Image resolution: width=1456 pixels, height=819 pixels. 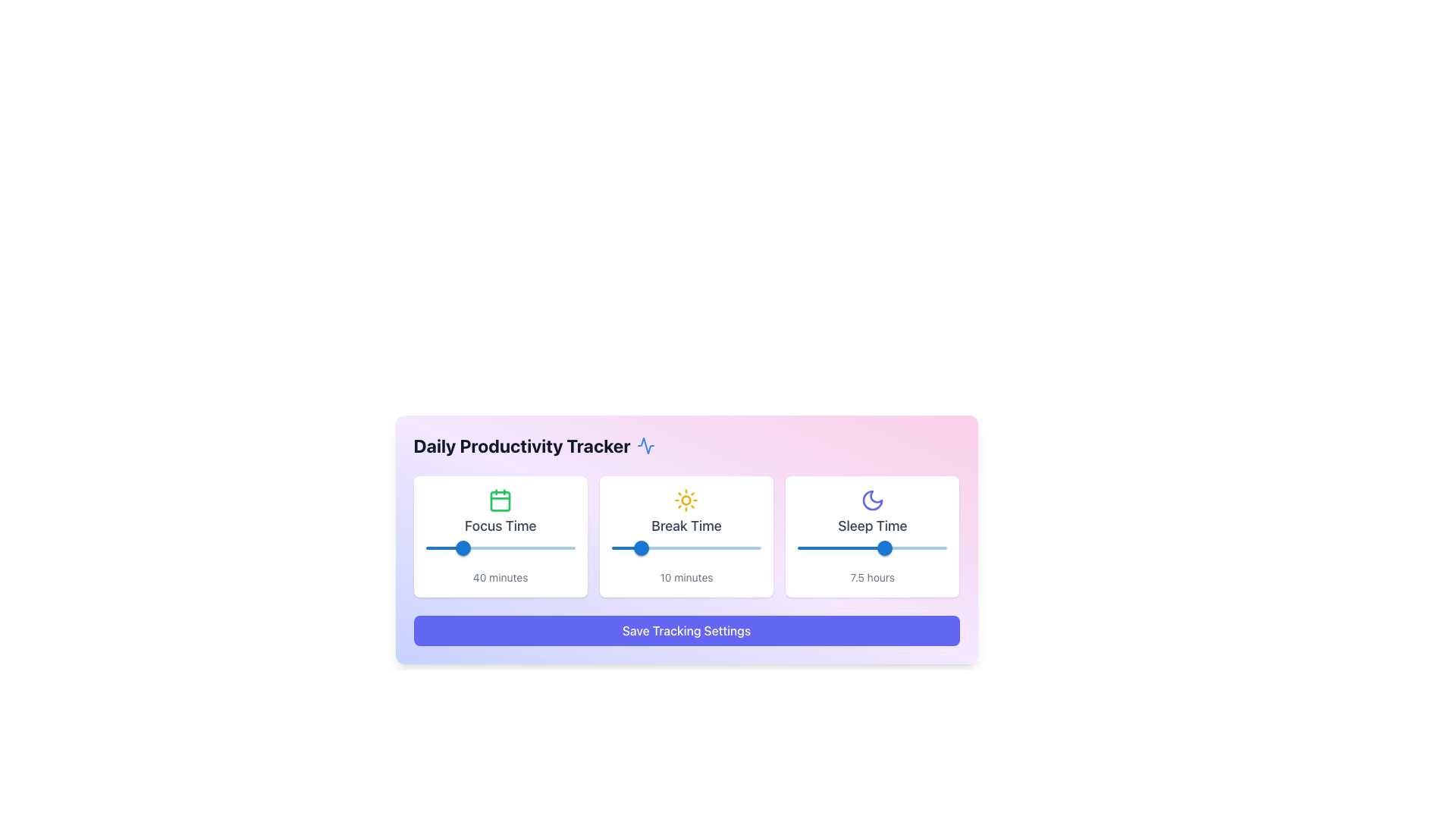 I want to click on break time, so click(x=734, y=548).